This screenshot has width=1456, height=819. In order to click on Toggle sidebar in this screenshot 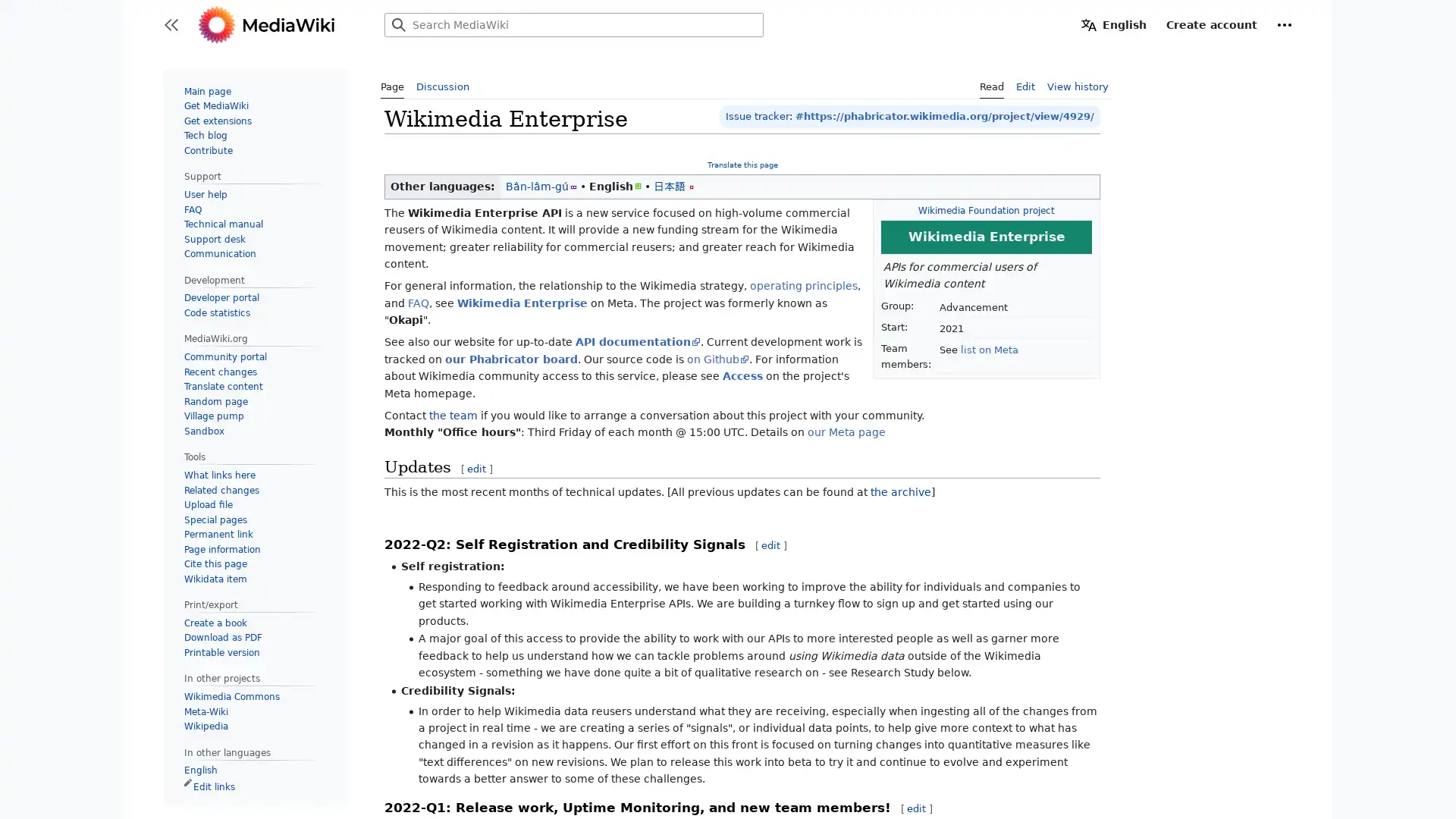, I will do `click(171, 25)`.